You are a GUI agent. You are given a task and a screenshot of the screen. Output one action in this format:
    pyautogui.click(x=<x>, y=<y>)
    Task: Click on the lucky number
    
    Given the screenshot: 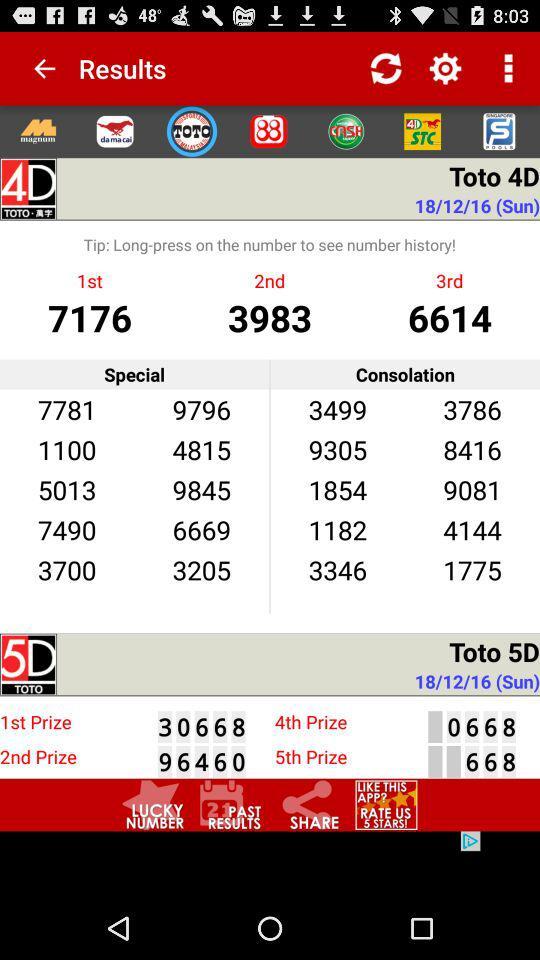 What is the action you would take?
    pyautogui.click(x=152, y=805)
    